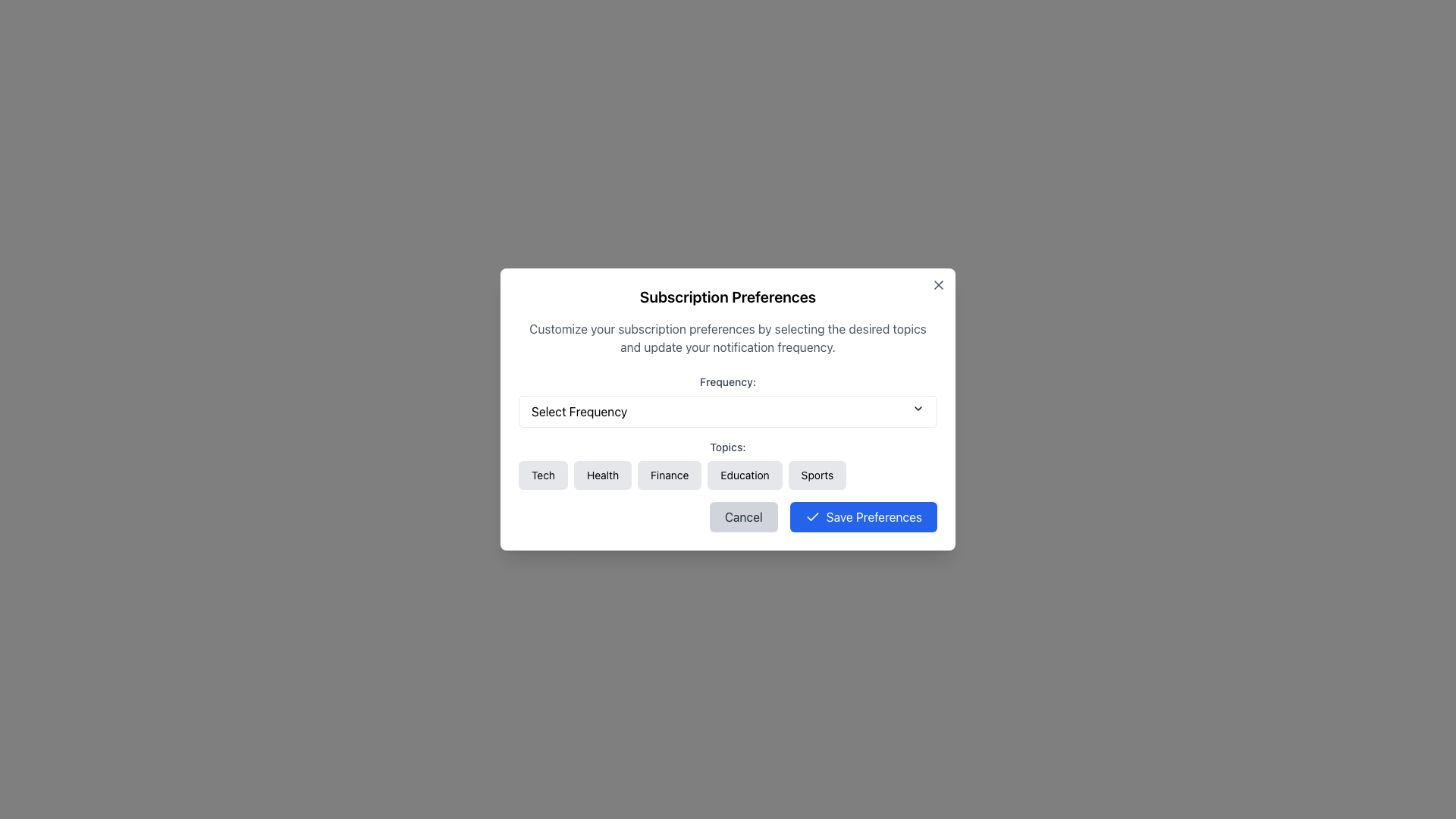  What do you see at coordinates (938, 284) in the screenshot?
I see `the close button located at the topmost right corner of the 'Subscription Preferences' panel` at bounding box center [938, 284].